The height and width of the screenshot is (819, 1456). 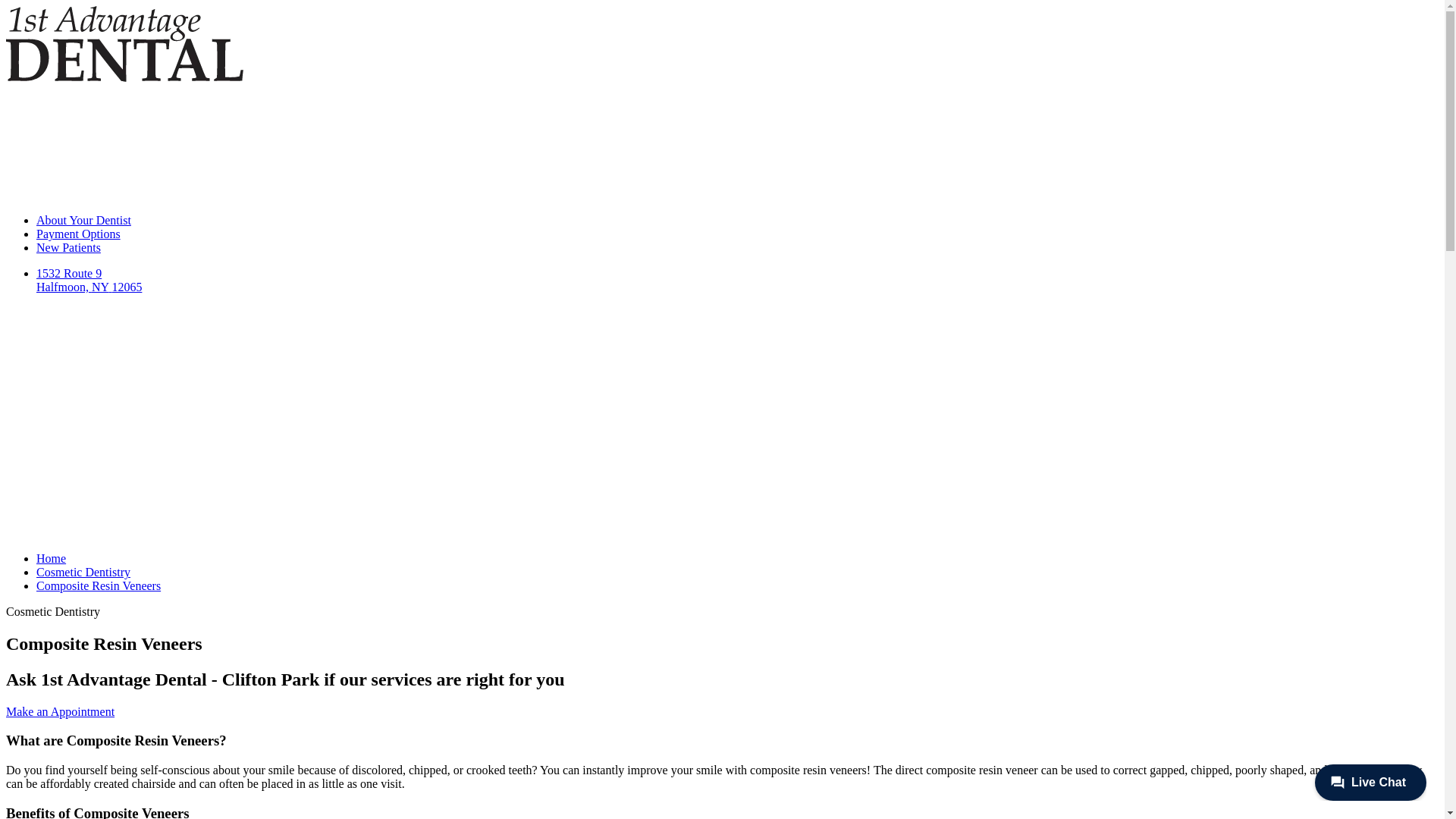 I want to click on 'Cosmetic Dentistry', so click(x=83, y=572).